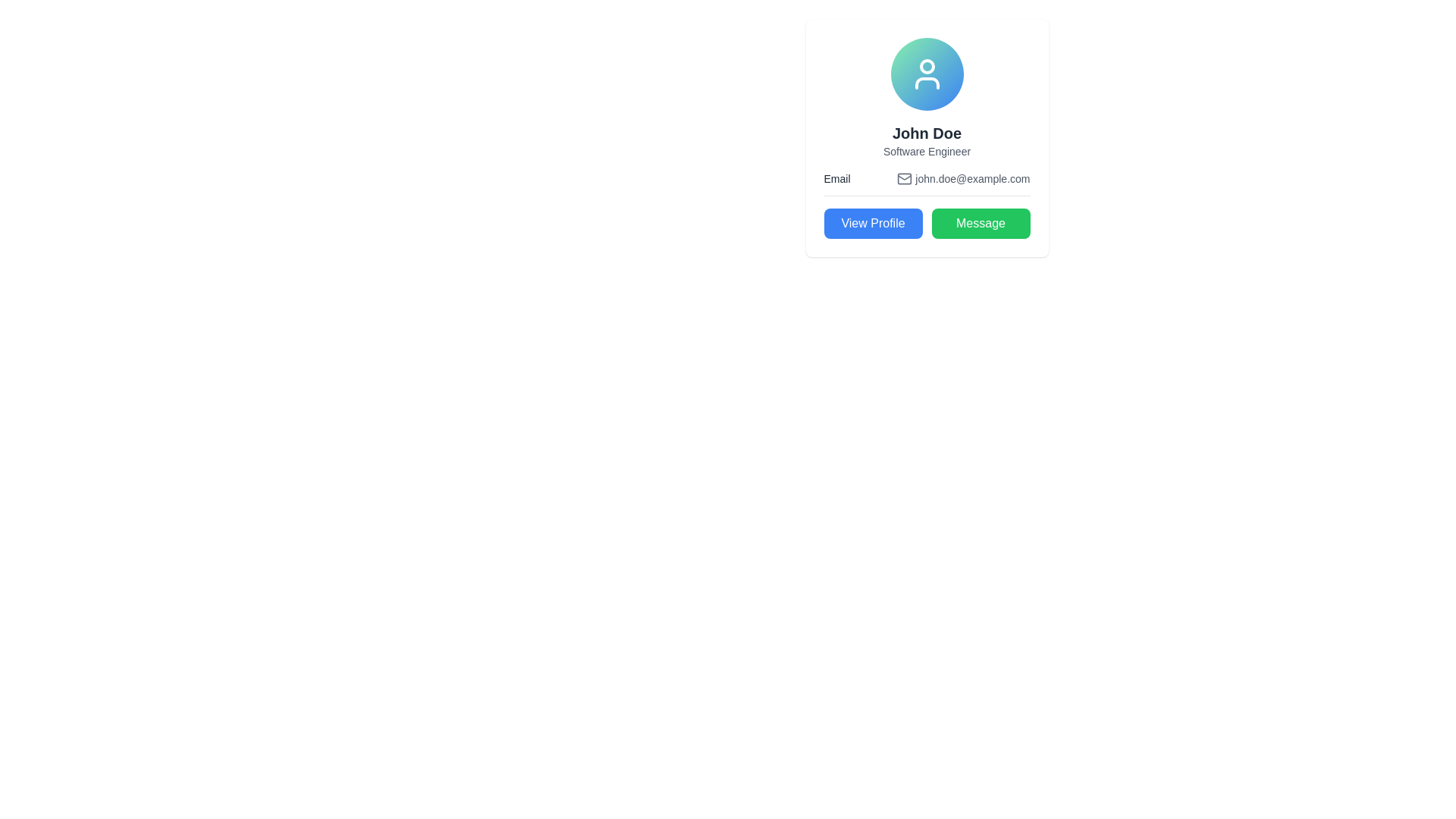 The height and width of the screenshot is (819, 1456). I want to click on the text label displaying the email address 'john.doe@example.com', which is styled in gray and positioned within the email field of the profile card, below the user's name and above the buttons 'View Profile' and 'Message', so click(972, 177).